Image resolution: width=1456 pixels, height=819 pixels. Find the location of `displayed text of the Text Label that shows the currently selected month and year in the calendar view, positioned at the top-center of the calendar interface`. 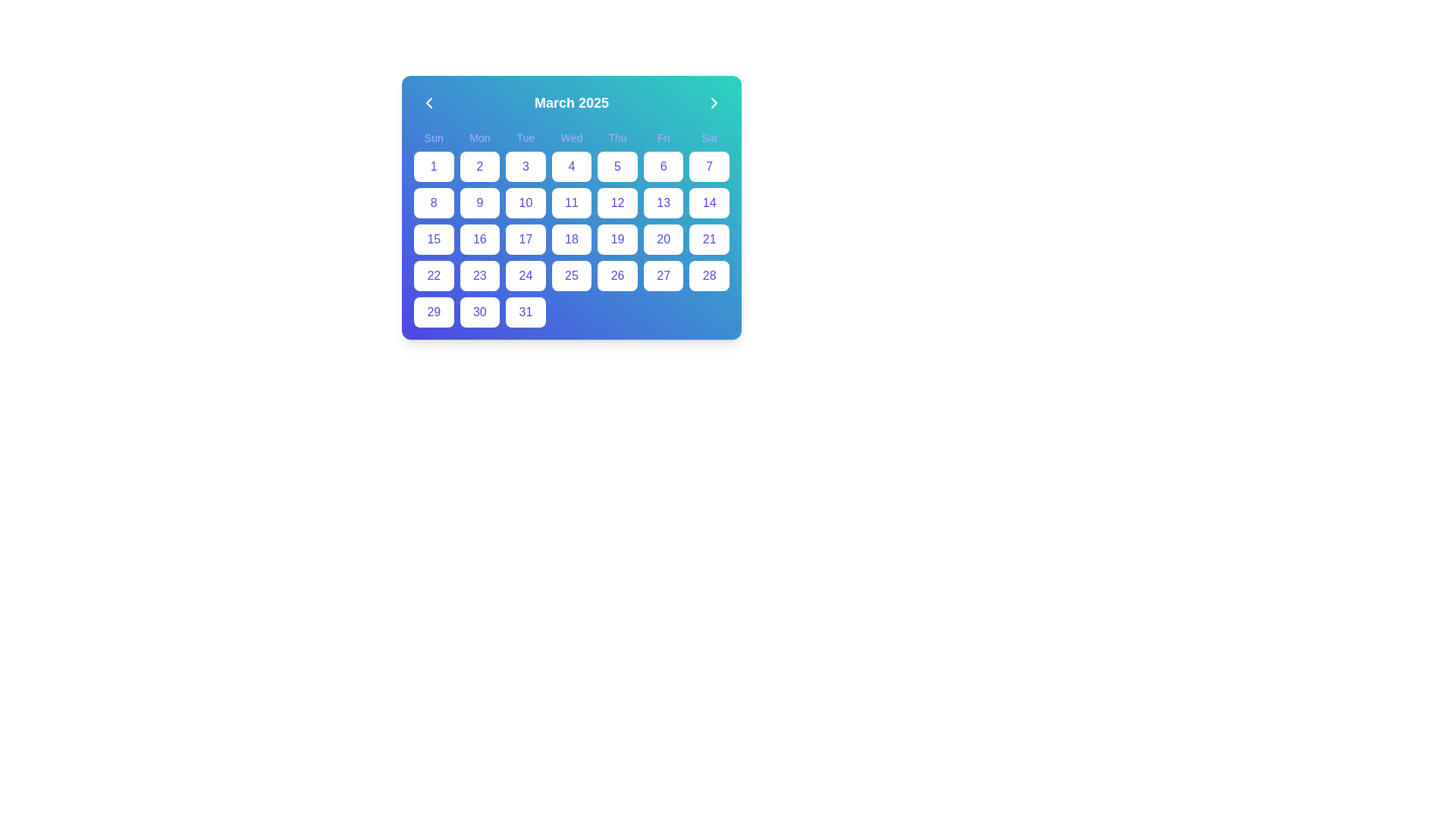

displayed text of the Text Label that shows the currently selected month and year in the calendar view, positioned at the top-center of the calendar interface is located at coordinates (570, 102).